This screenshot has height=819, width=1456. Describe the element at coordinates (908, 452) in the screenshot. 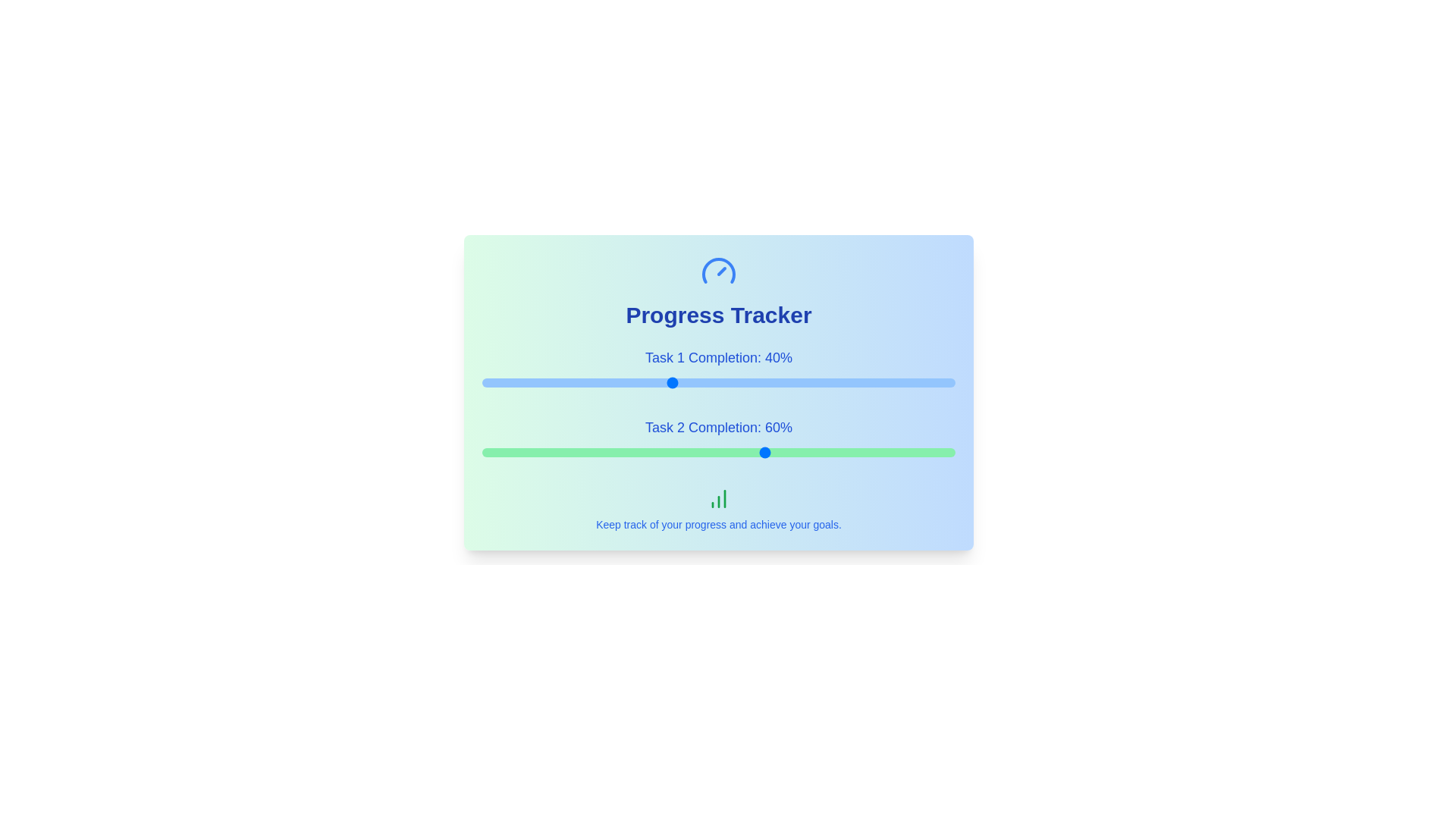

I see `the Task 2 completion slider` at that location.